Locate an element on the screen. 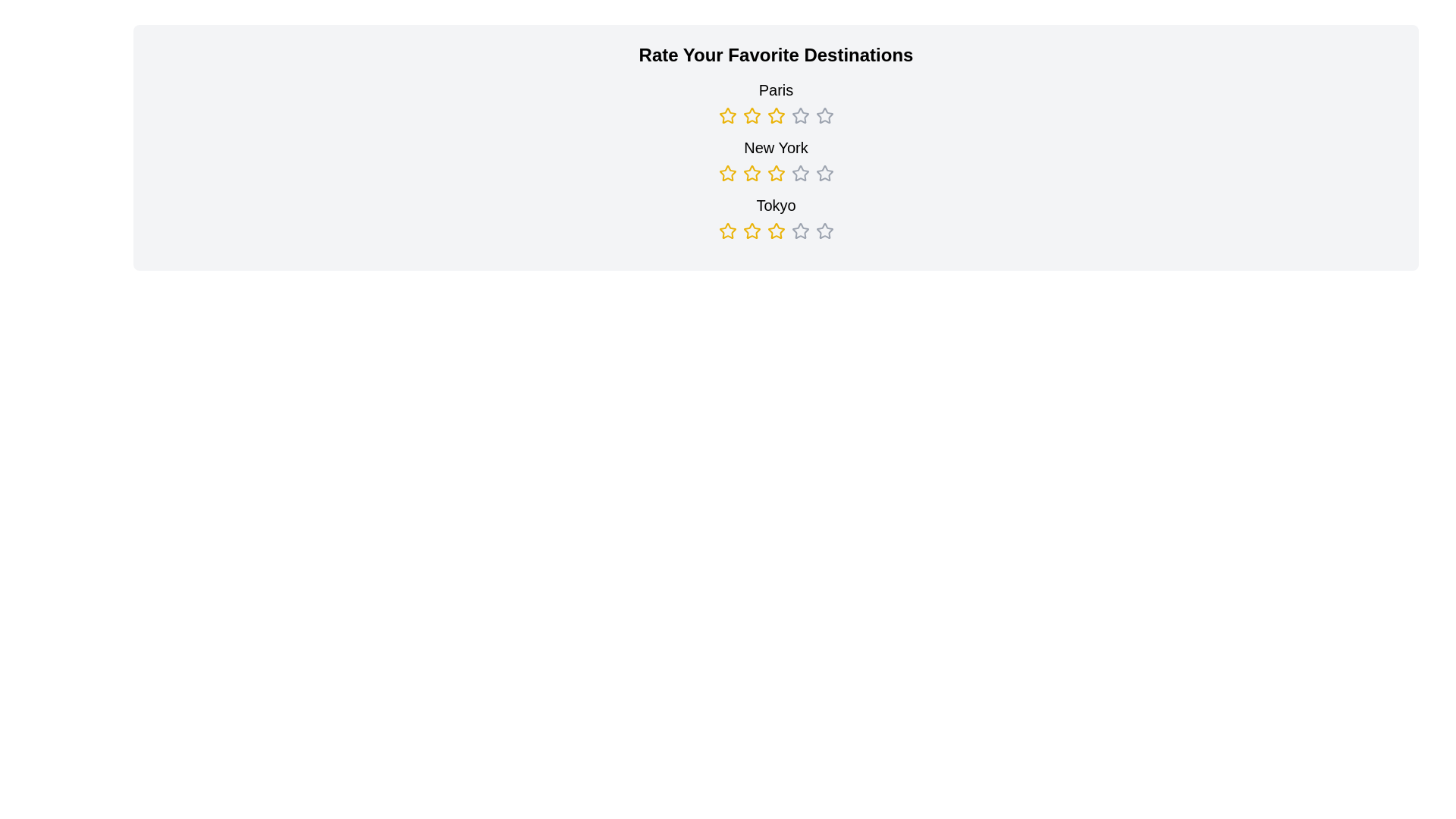 The width and height of the screenshot is (1456, 819). the fourth star icon in the rating row for 'Paris' is located at coordinates (824, 115).